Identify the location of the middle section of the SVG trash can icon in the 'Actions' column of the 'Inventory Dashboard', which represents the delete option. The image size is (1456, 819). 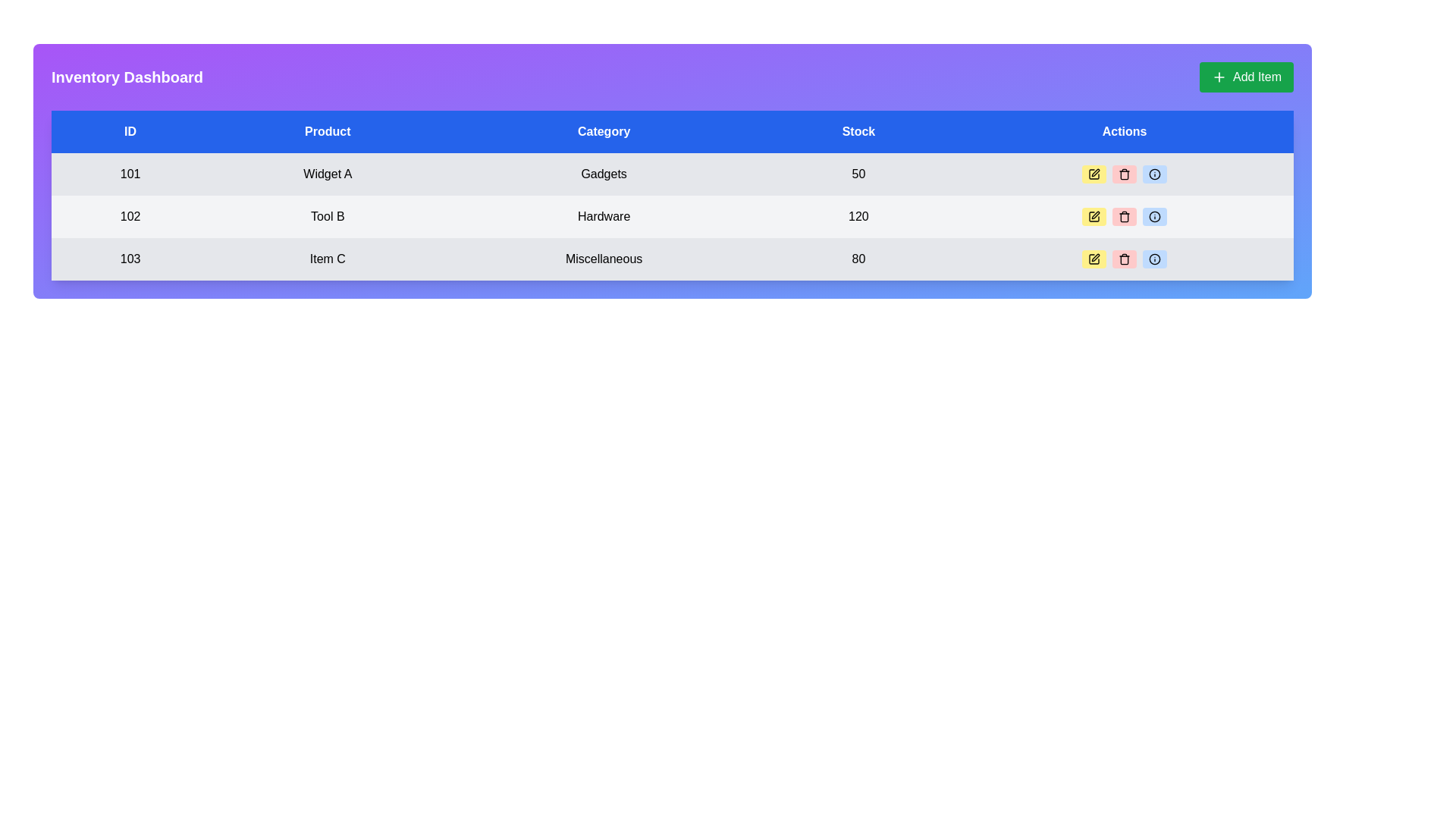
(1125, 218).